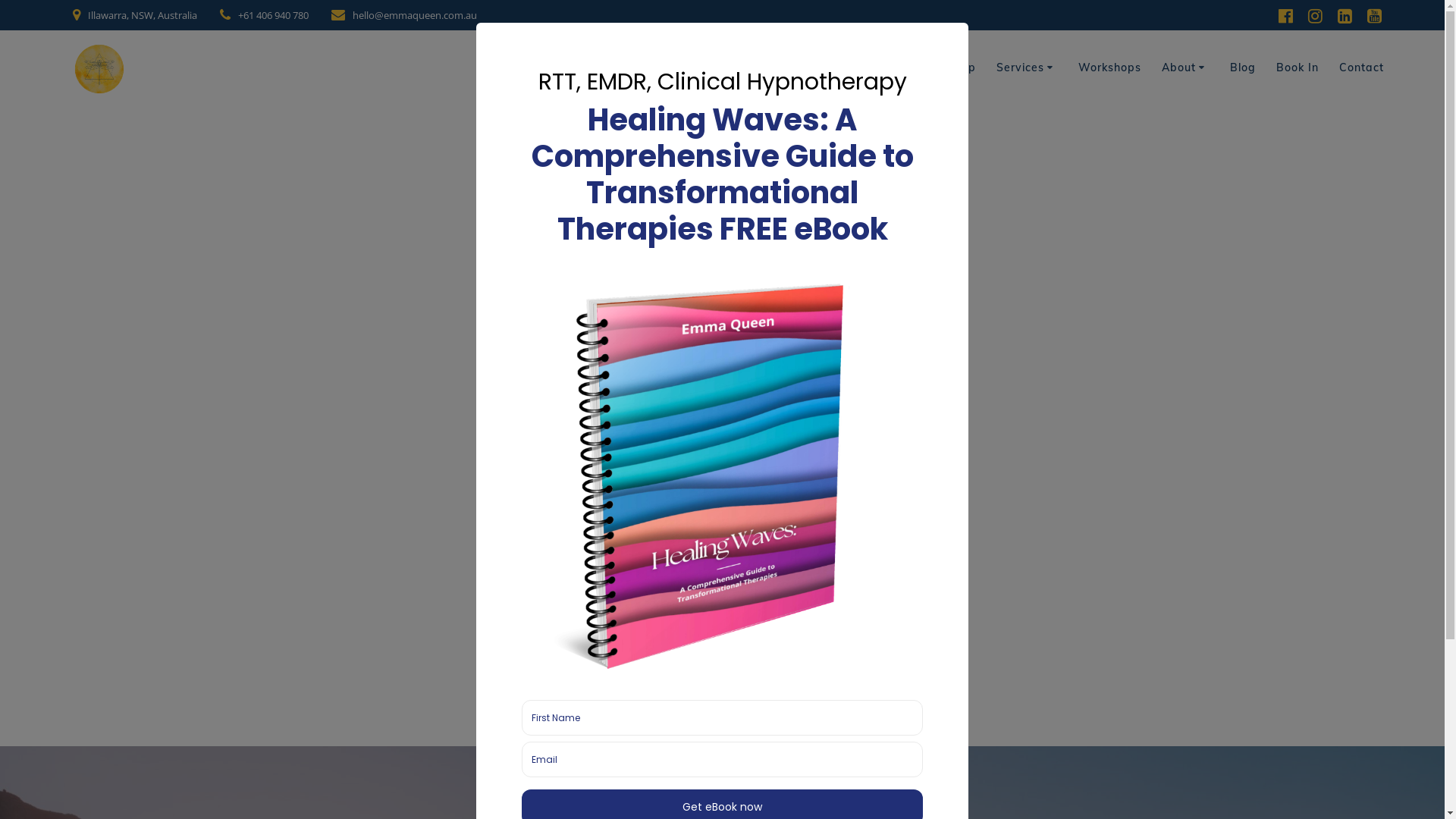  What do you see at coordinates (960, 68) in the screenshot?
I see `'Shop'` at bounding box center [960, 68].